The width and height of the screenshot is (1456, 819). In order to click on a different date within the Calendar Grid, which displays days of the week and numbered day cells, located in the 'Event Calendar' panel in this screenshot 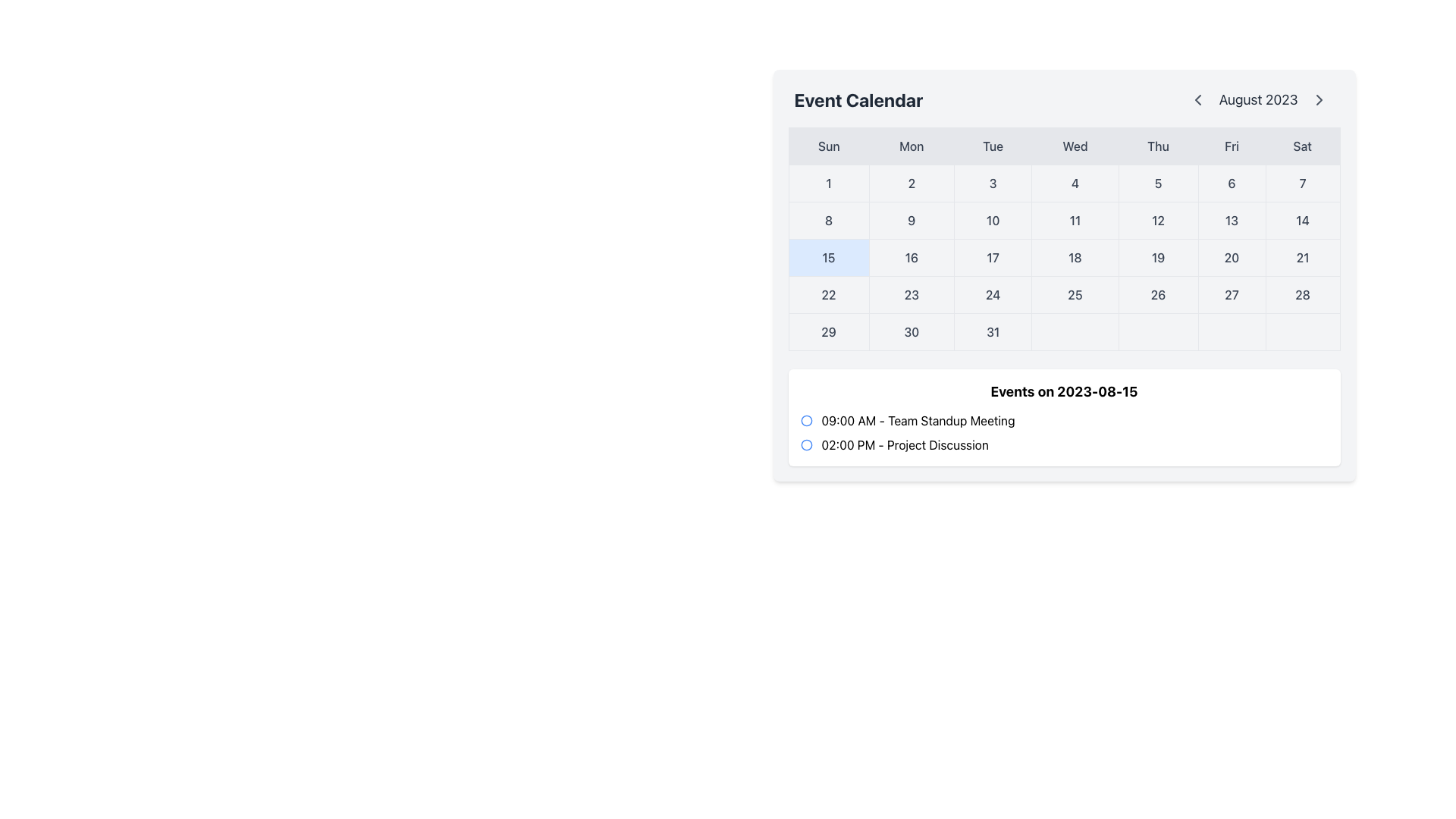, I will do `click(1063, 239)`.